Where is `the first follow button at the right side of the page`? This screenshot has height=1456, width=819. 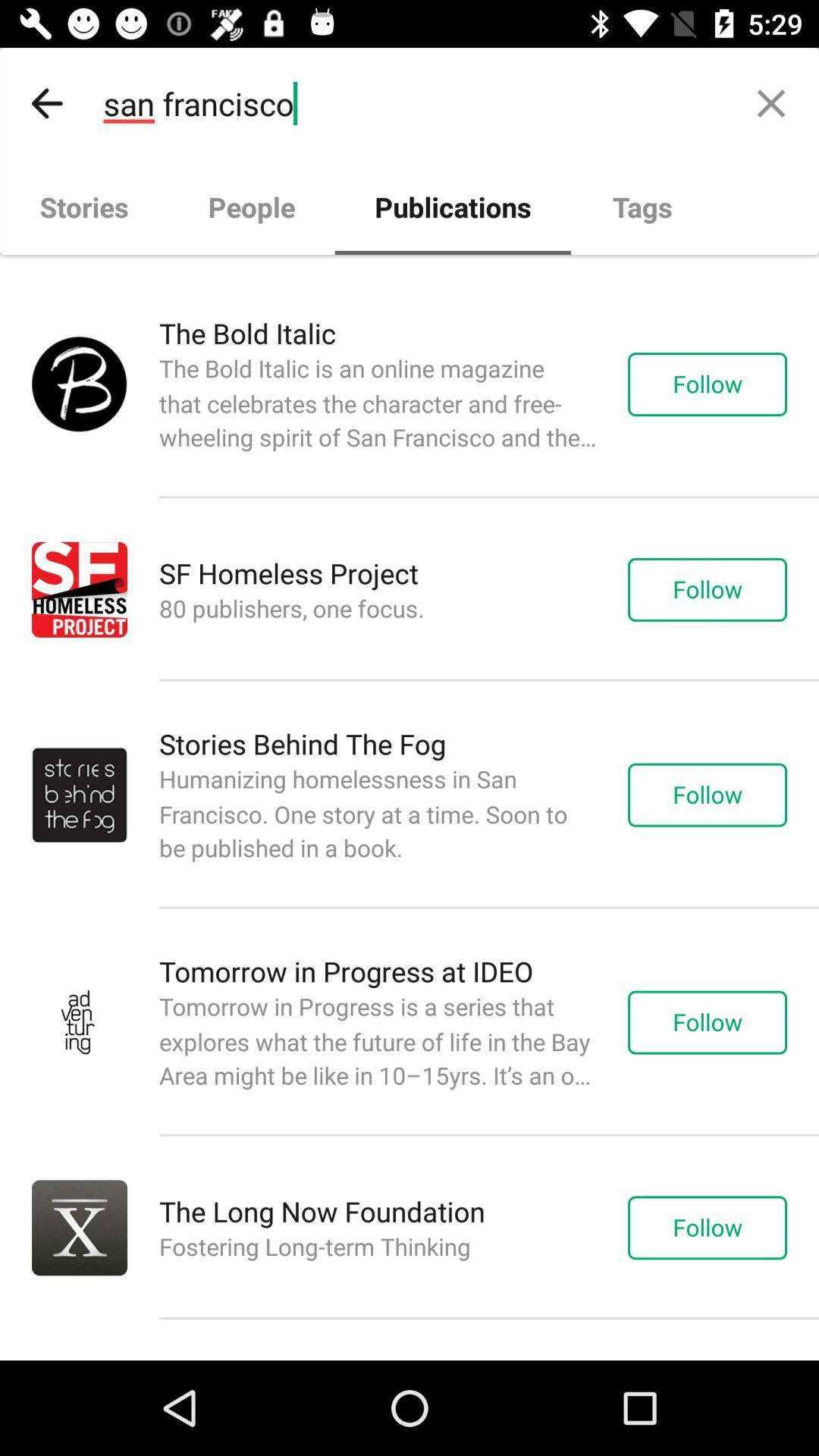
the first follow button at the right side of the page is located at coordinates (722, 384).